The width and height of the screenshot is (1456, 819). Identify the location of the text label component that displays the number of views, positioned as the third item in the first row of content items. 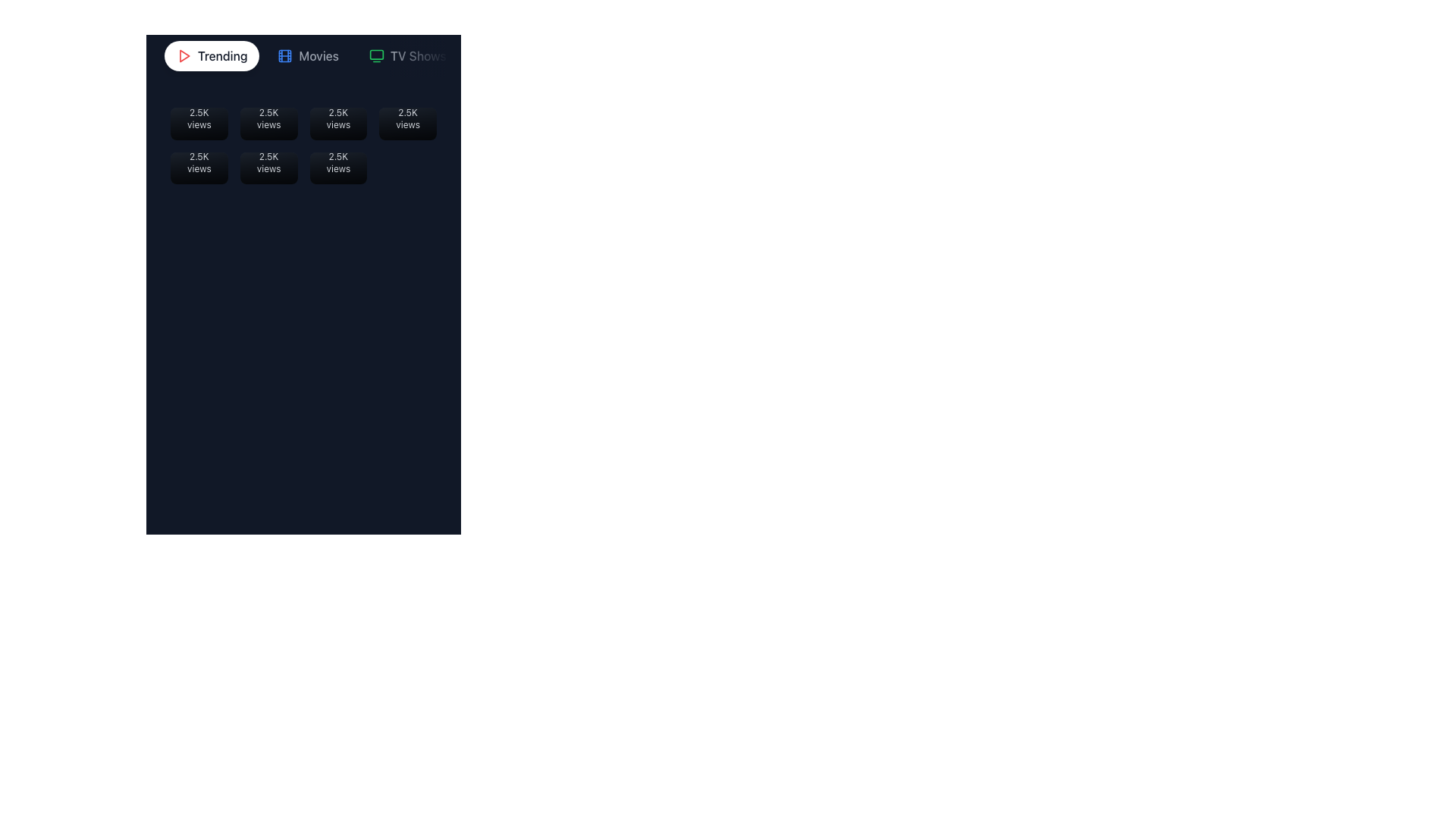
(337, 123).